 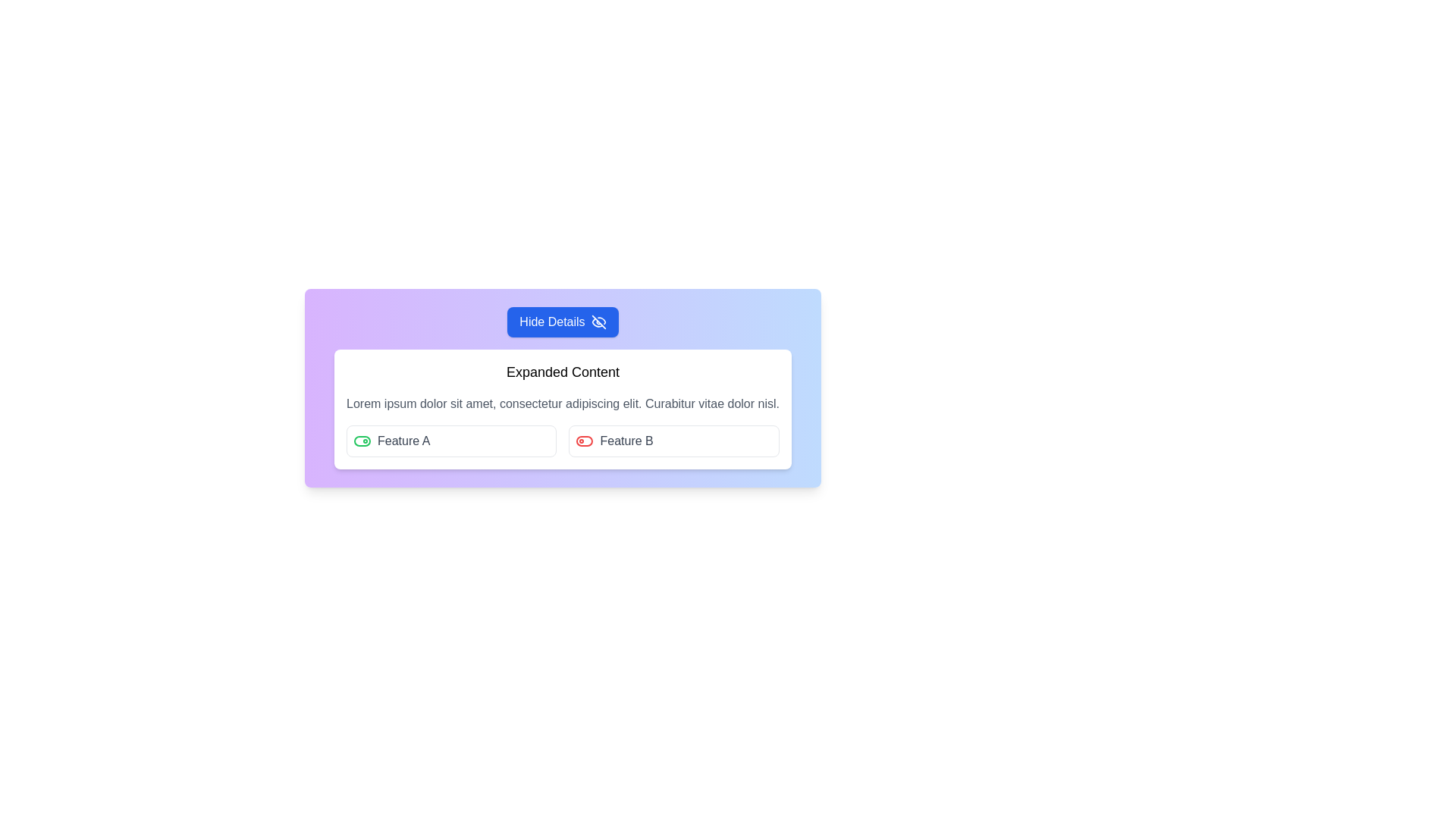 What do you see at coordinates (598, 321) in the screenshot?
I see `the decorative SVG line within the hide icon, which is part of the 'Hide Details' functionality located at the top-center of the card layout` at bounding box center [598, 321].